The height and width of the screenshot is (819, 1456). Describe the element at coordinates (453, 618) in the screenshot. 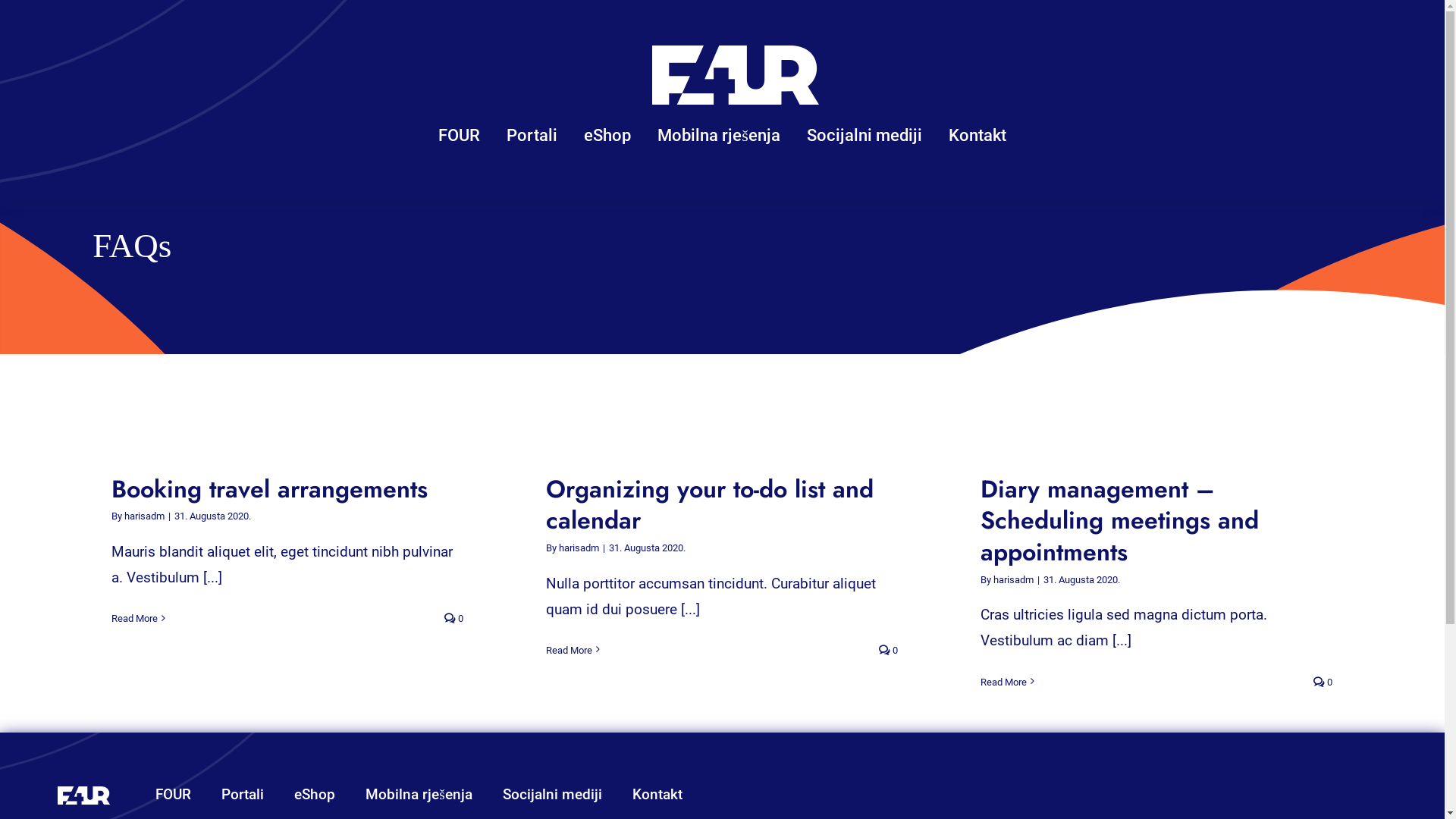

I see `' 0'` at that location.